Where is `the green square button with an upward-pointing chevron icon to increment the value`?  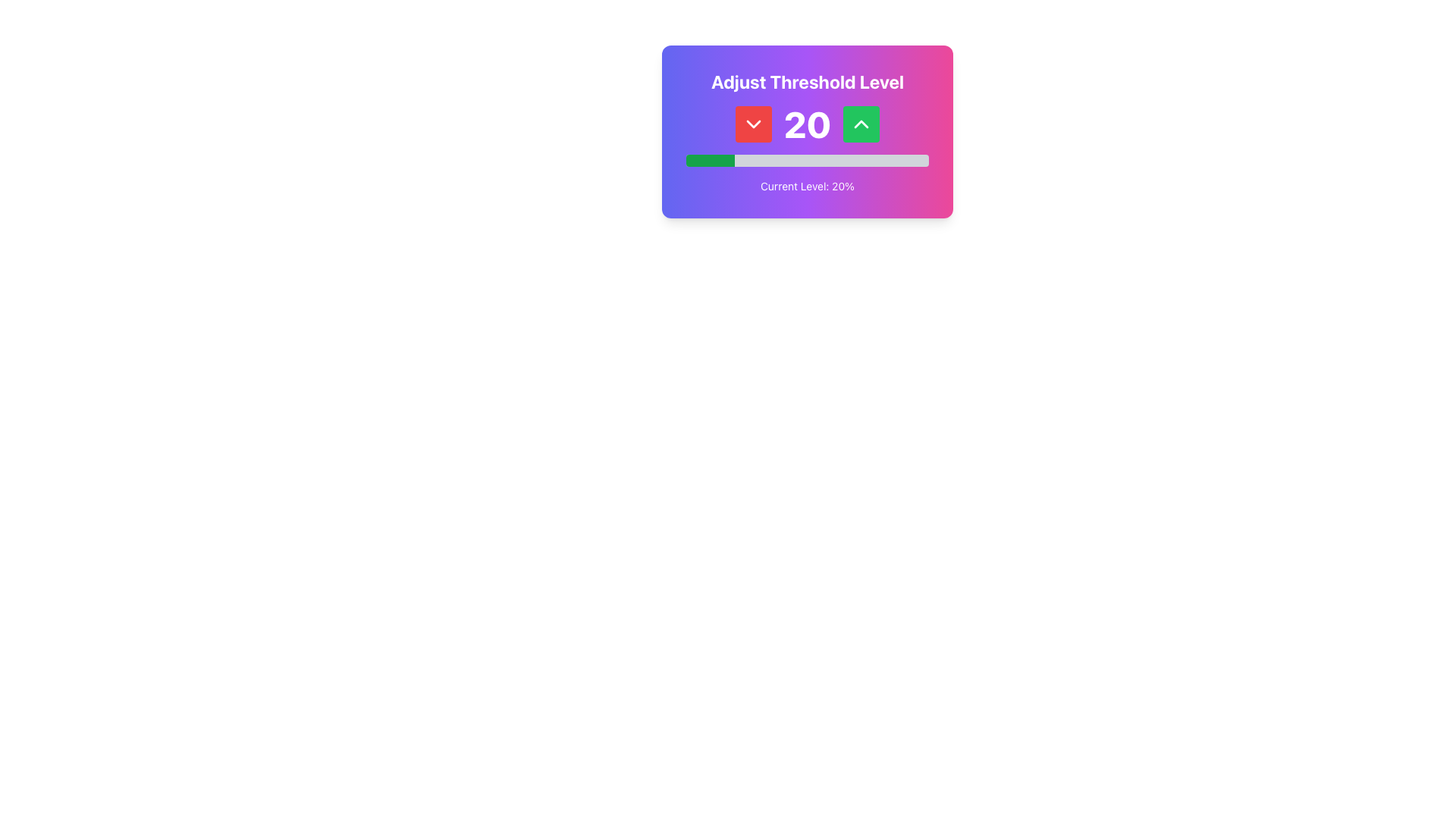 the green square button with an upward-pointing chevron icon to increment the value is located at coordinates (861, 124).